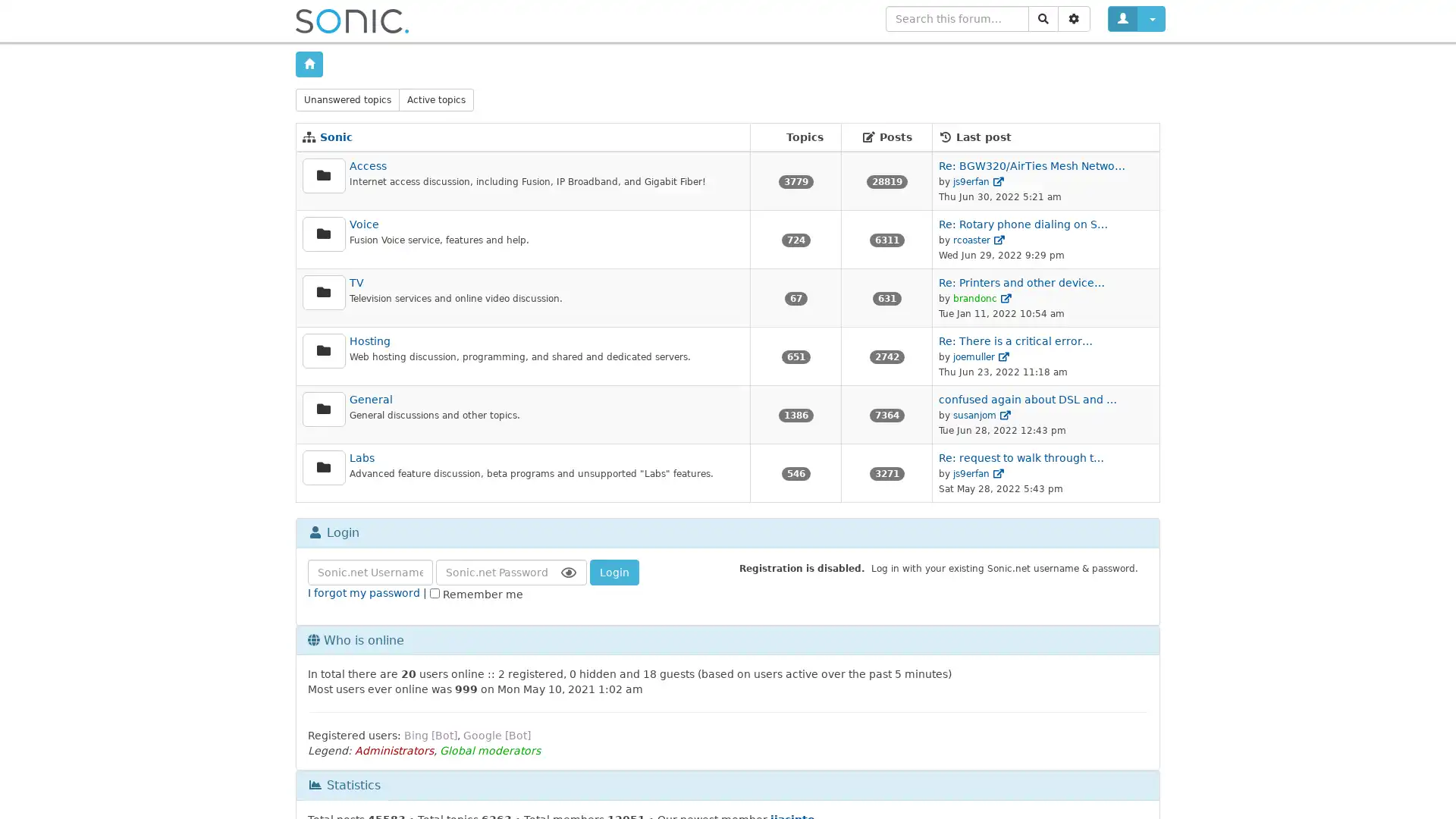 The width and height of the screenshot is (1456, 819). Describe the element at coordinates (568, 571) in the screenshot. I see `Show Password` at that location.